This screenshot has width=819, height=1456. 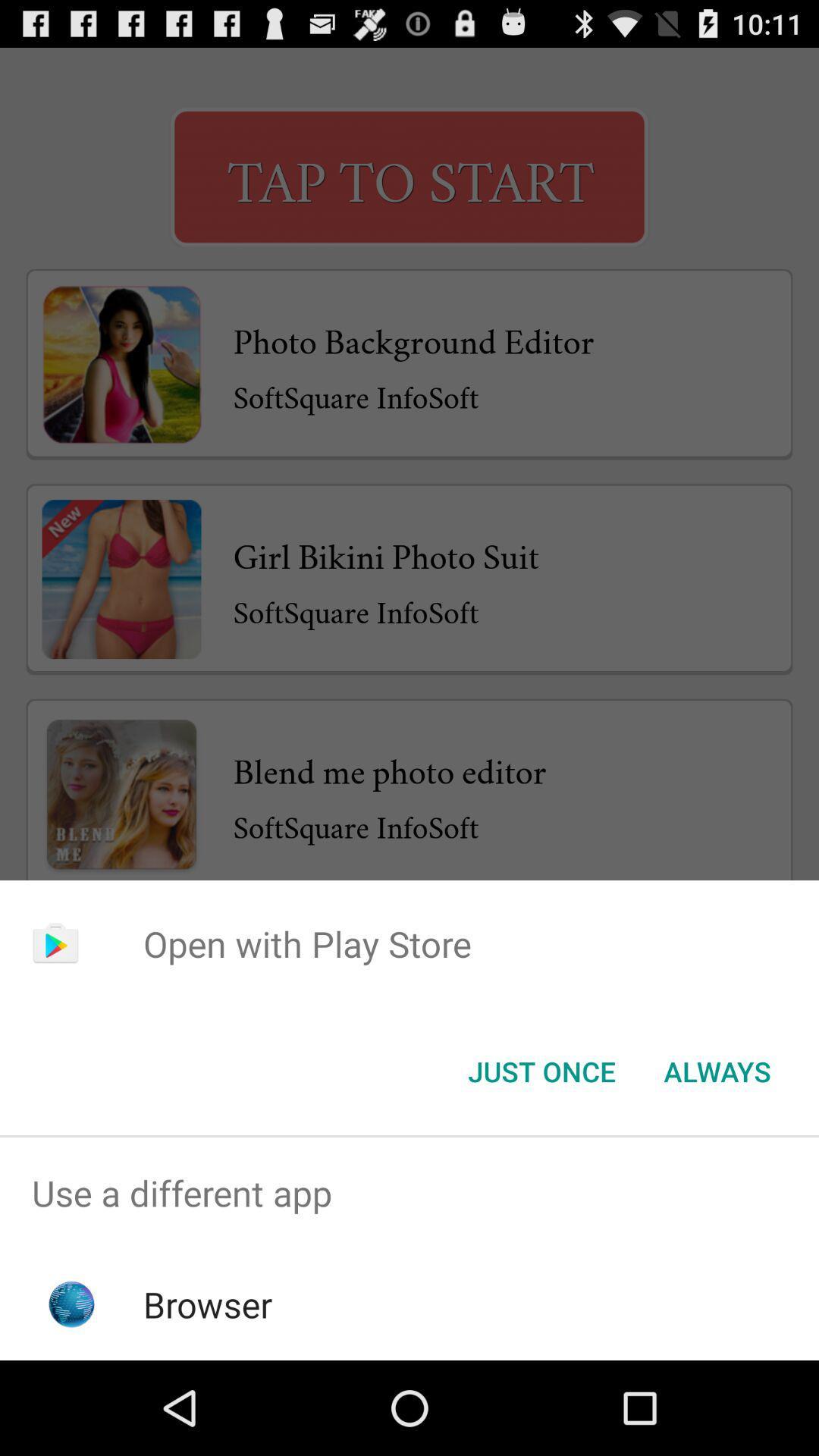 What do you see at coordinates (541, 1070) in the screenshot?
I see `the button to the left of the always` at bounding box center [541, 1070].